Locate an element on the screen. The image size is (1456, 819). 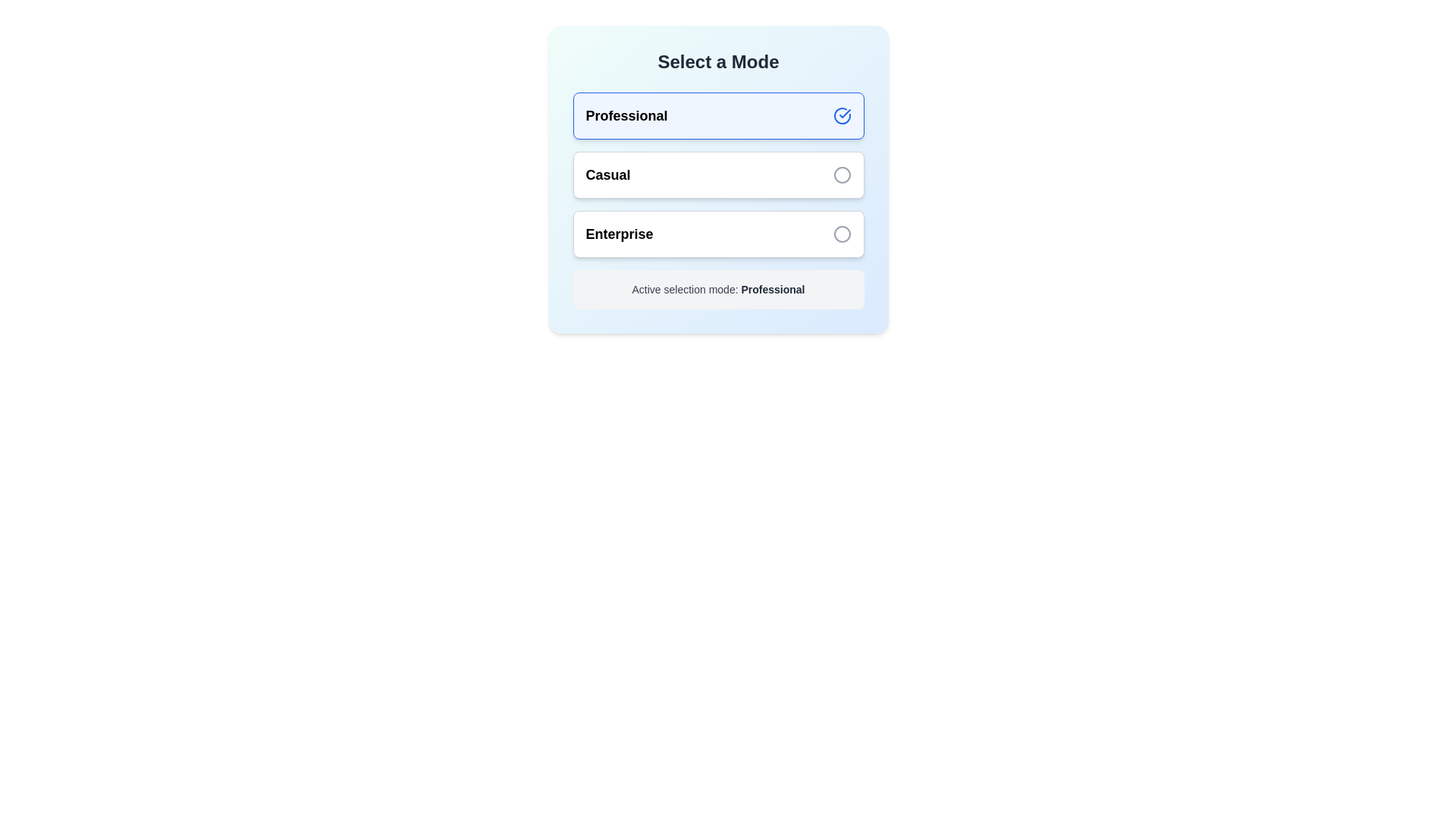
the card associated with the text label 'Enterprise', which is styled in bold is located at coordinates (619, 234).